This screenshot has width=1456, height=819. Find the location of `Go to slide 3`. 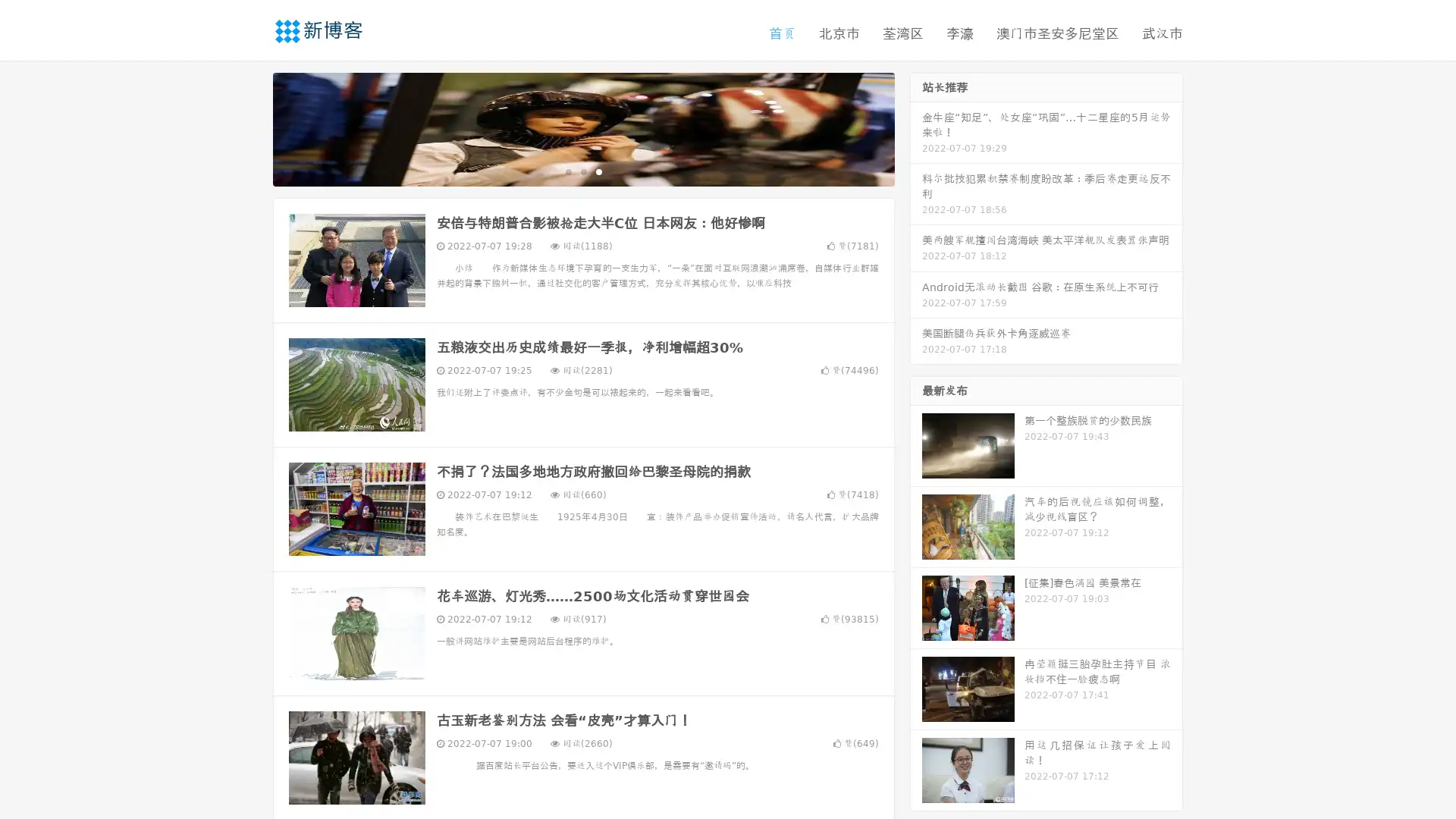

Go to slide 3 is located at coordinates (598, 171).